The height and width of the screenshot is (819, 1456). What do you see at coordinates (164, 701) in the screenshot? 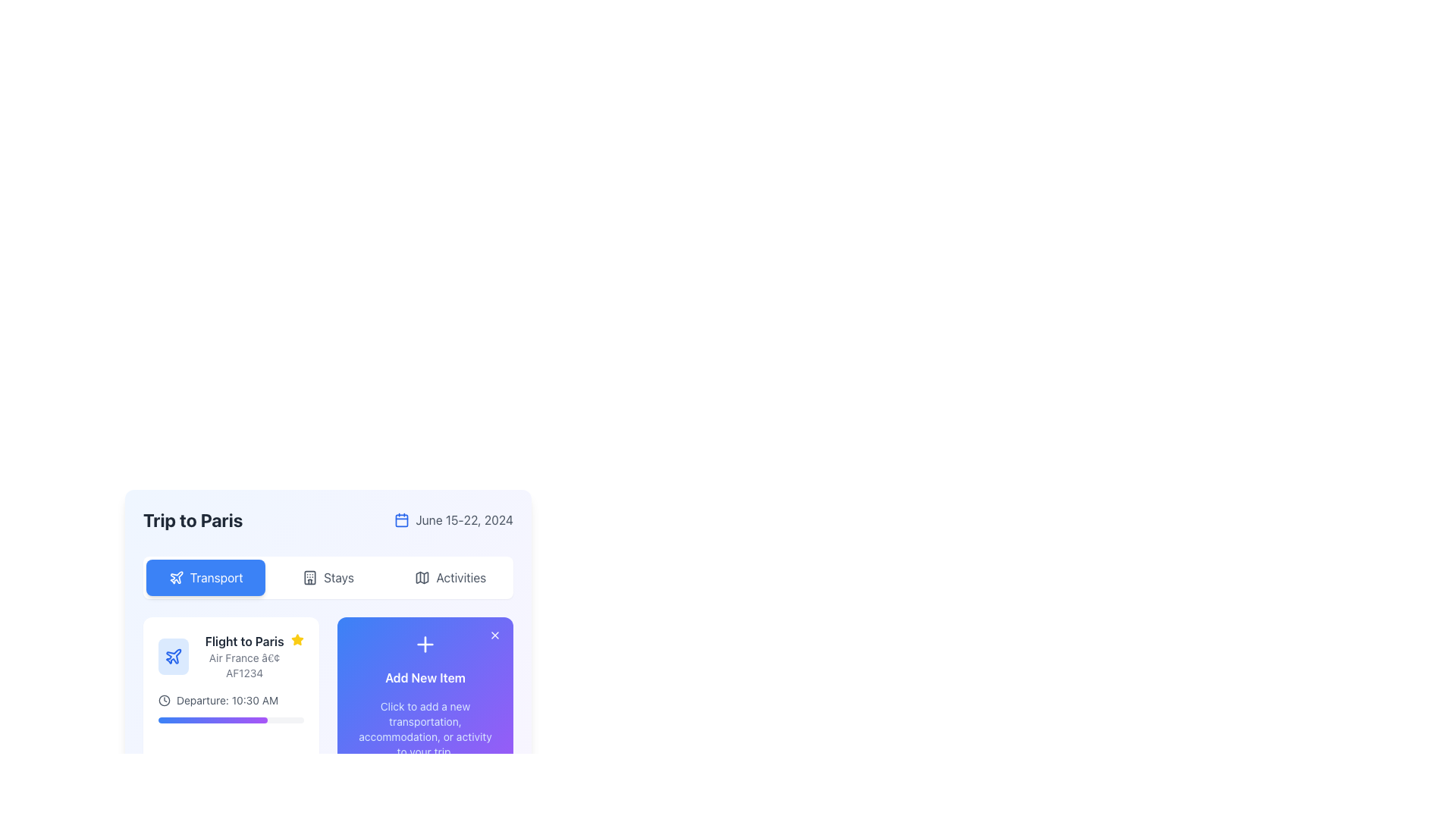
I see `the 'time' icon indicator located to the left of the 'Departure: 10:30 AM' text inside the white card component in the transport section of the trip planner interface` at bounding box center [164, 701].